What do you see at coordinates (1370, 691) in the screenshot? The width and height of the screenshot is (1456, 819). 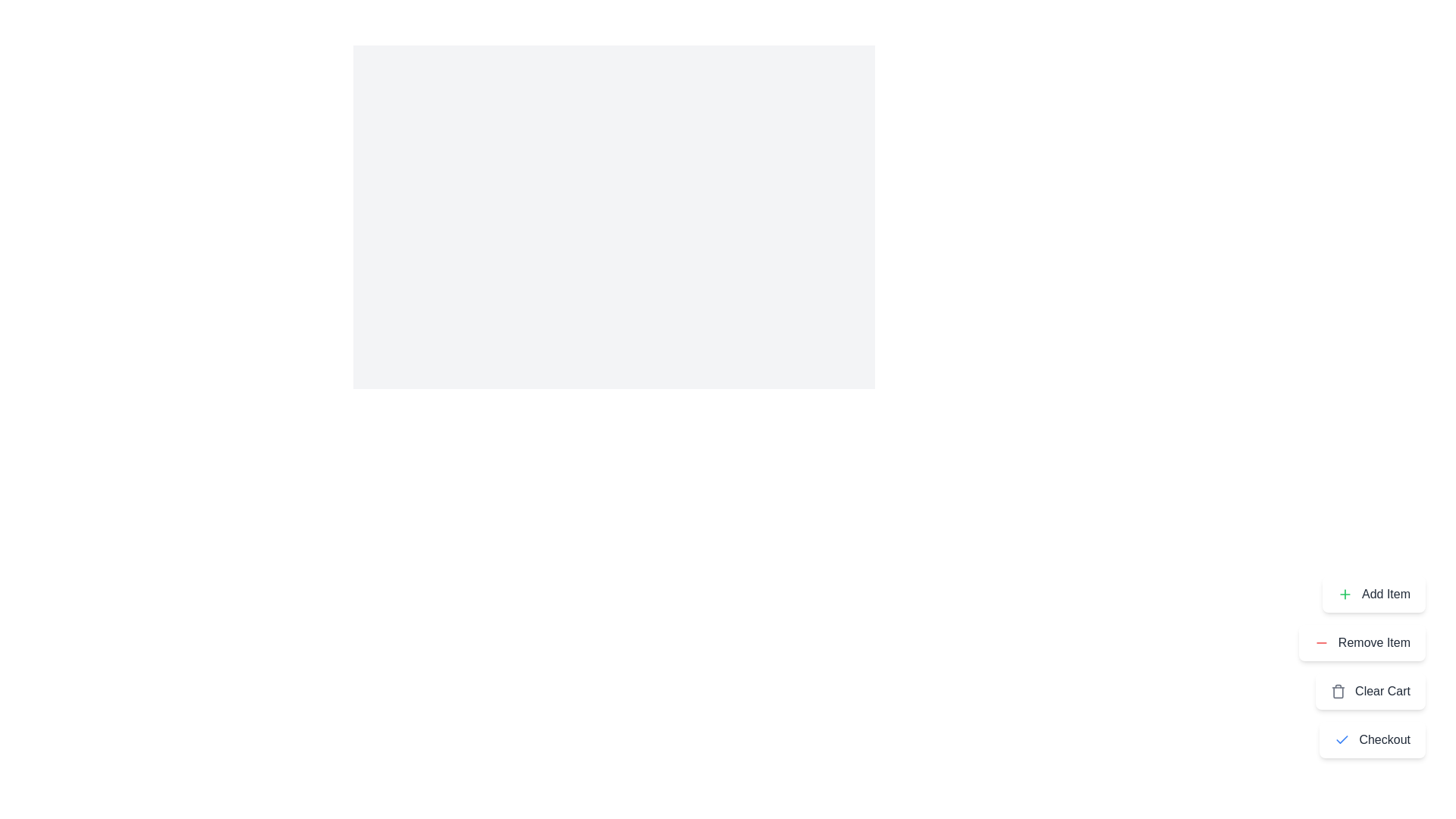 I see `the 'Clear Cart' button to empty the cart` at bounding box center [1370, 691].